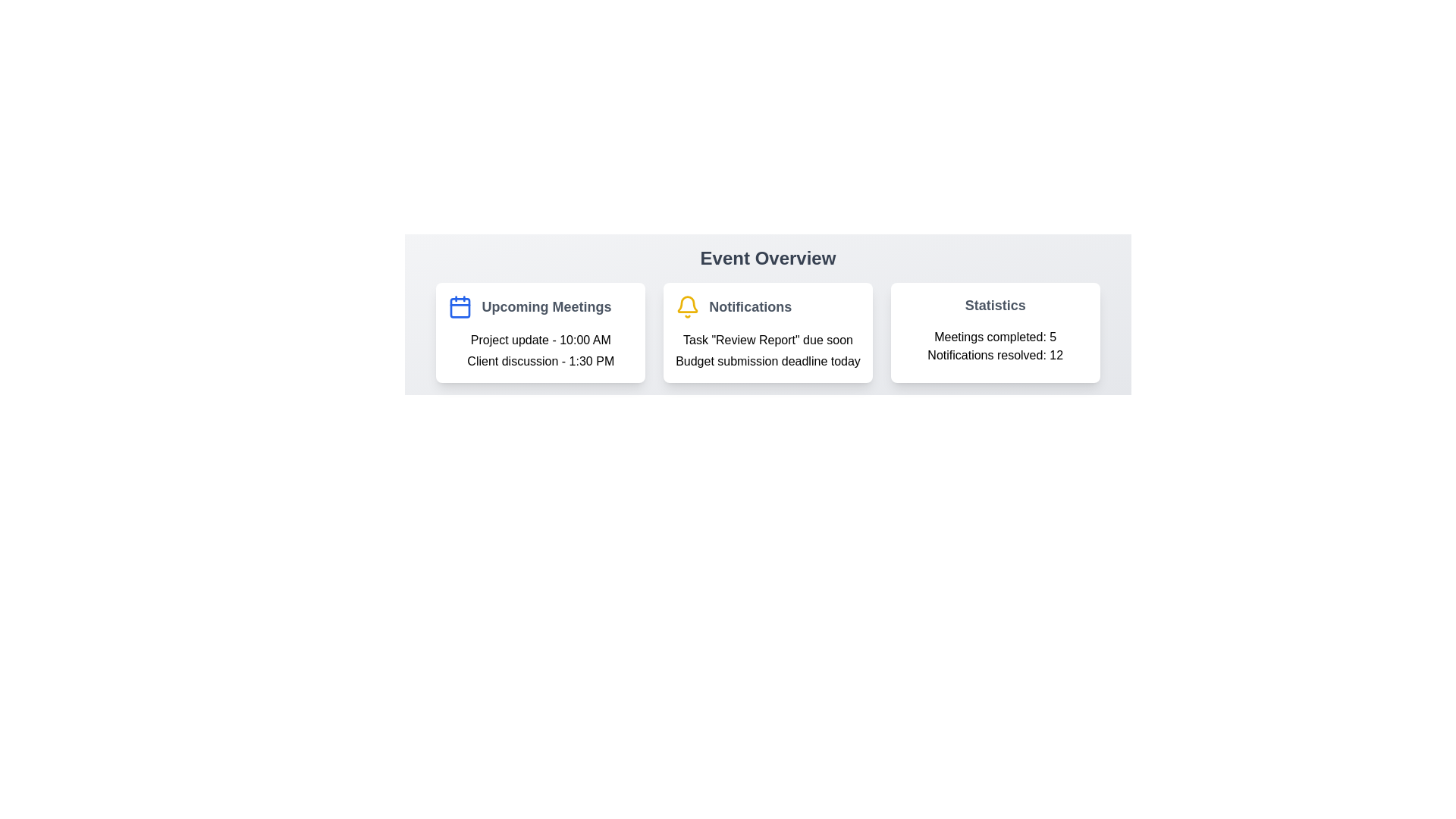  I want to click on the Header text element that serves as the title for the card titled 'Statistics', positioned at the top section of the card, so click(995, 305).